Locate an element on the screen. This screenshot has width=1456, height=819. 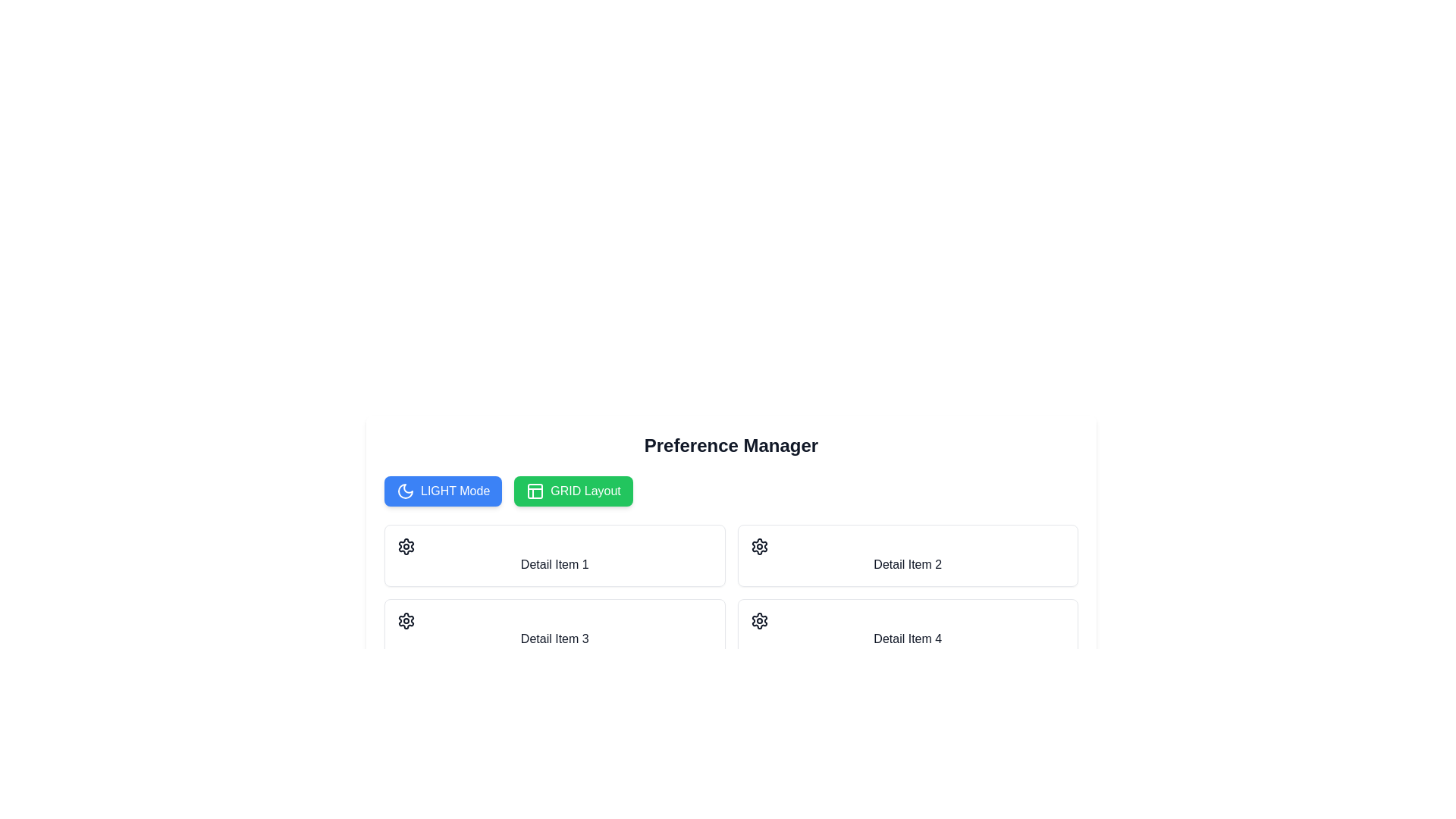
the gear icon representing settings functionality is located at coordinates (406, 620).